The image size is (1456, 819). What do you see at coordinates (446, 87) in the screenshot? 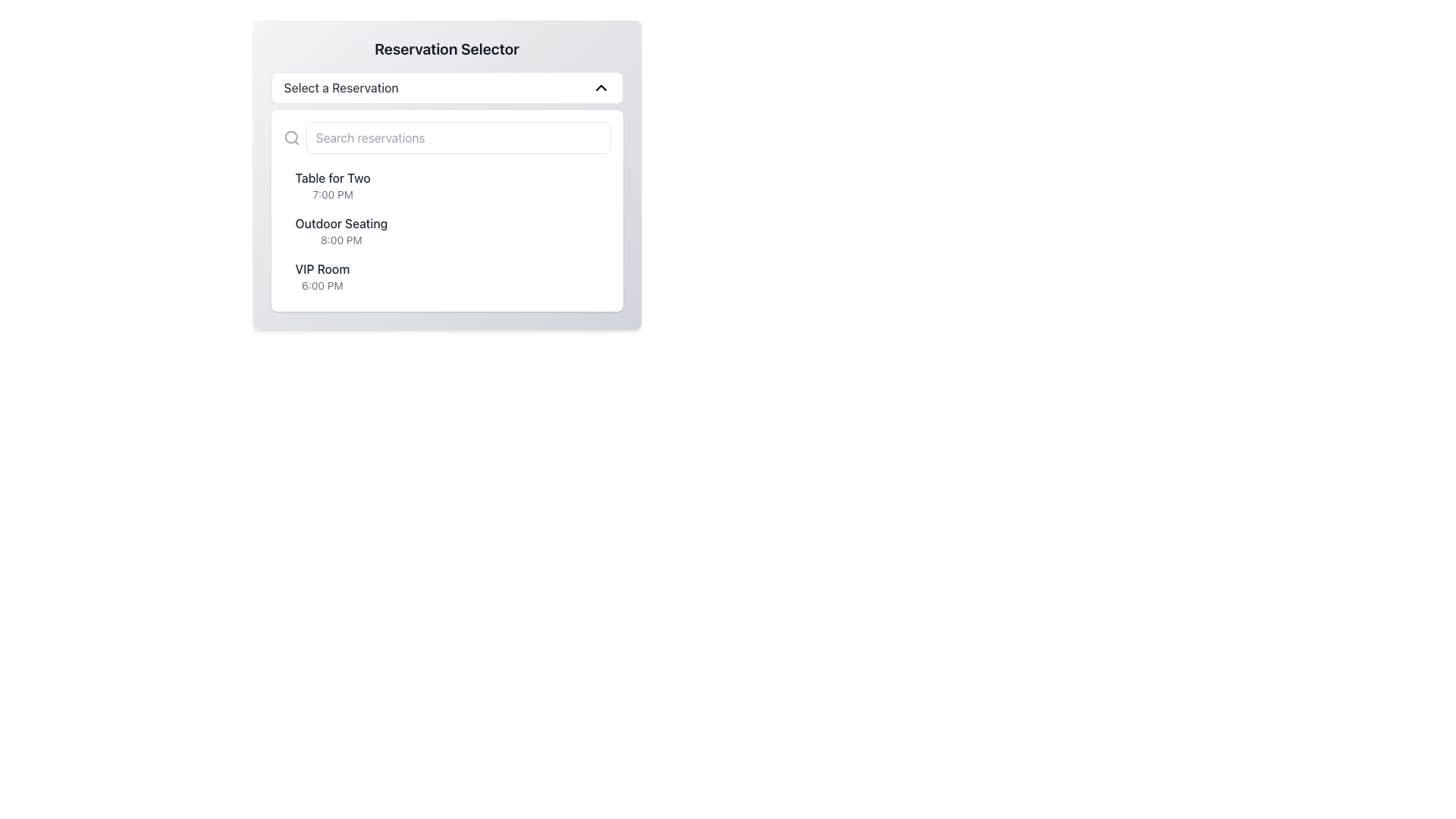
I see `the Dropdown Selector located below the title 'Reservation Selector'` at bounding box center [446, 87].